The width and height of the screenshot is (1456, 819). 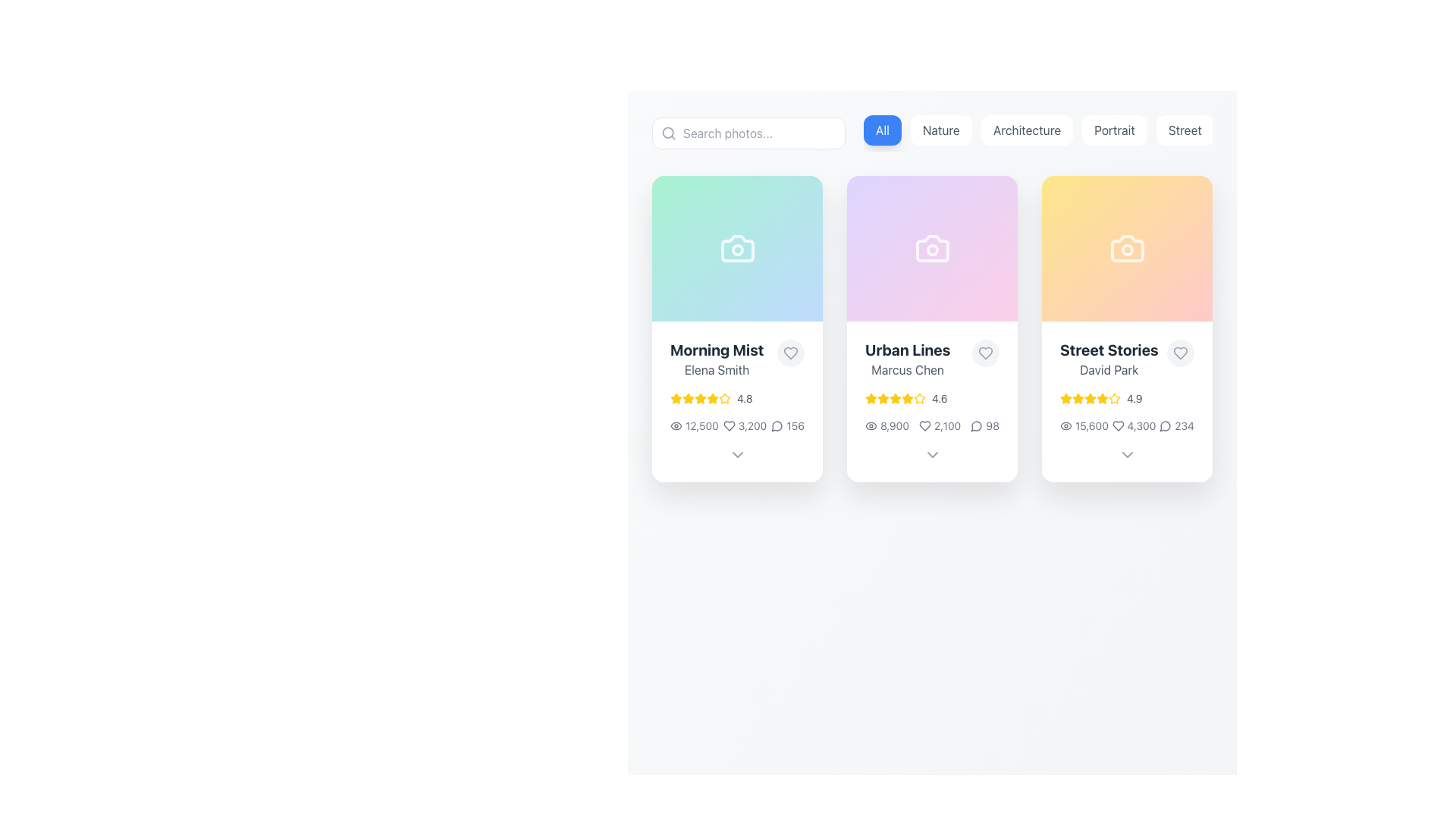 What do you see at coordinates (723, 397) in the screenshot?
I see `the second yellow star in the rating system for the 'Morning Mist' card` at bounding box center [723, 397].